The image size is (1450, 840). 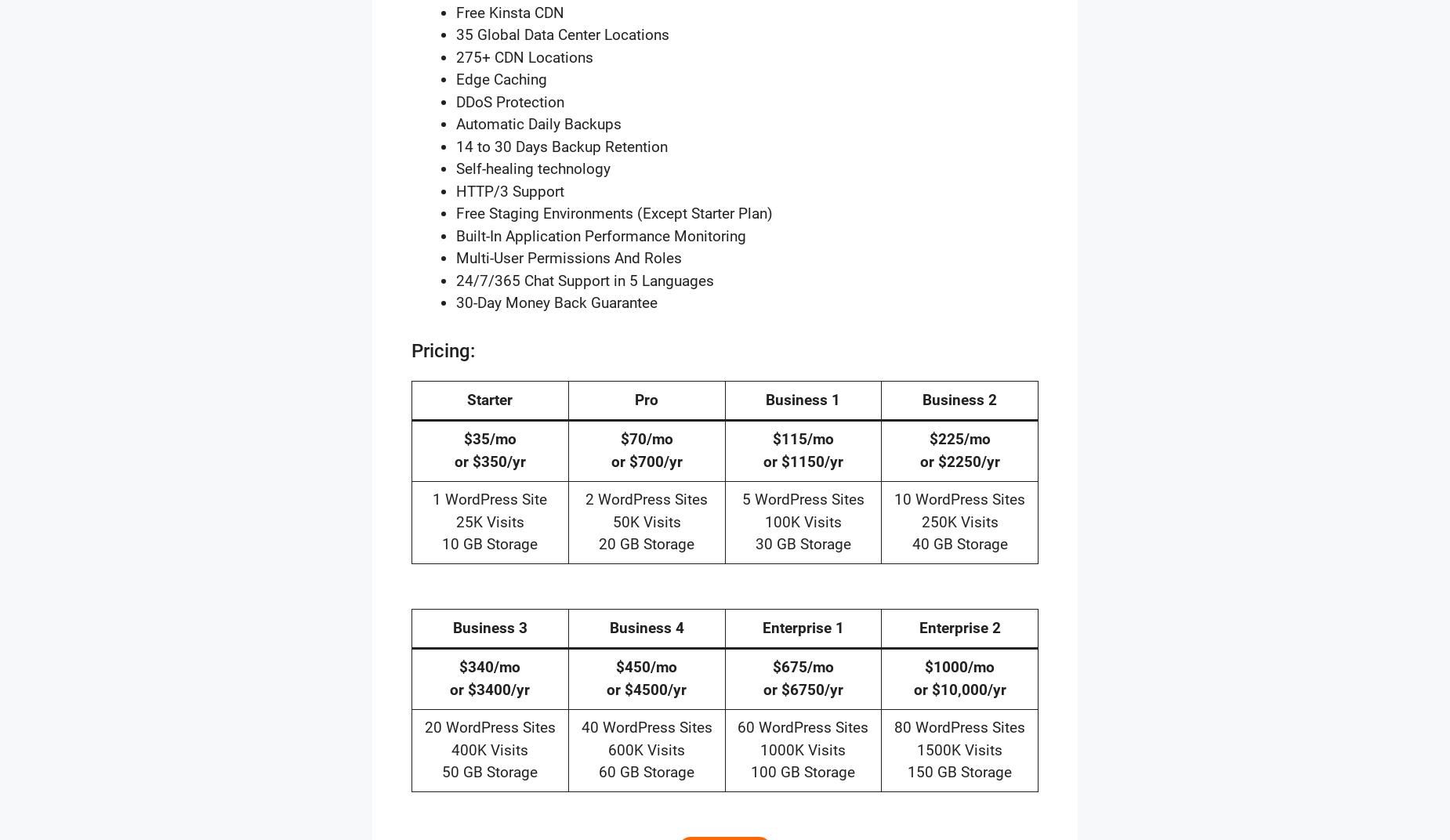 What do you see at coordinates (802, 399) in the screenshot?
I see `'Business 1'` at bounding box center [802, 399].